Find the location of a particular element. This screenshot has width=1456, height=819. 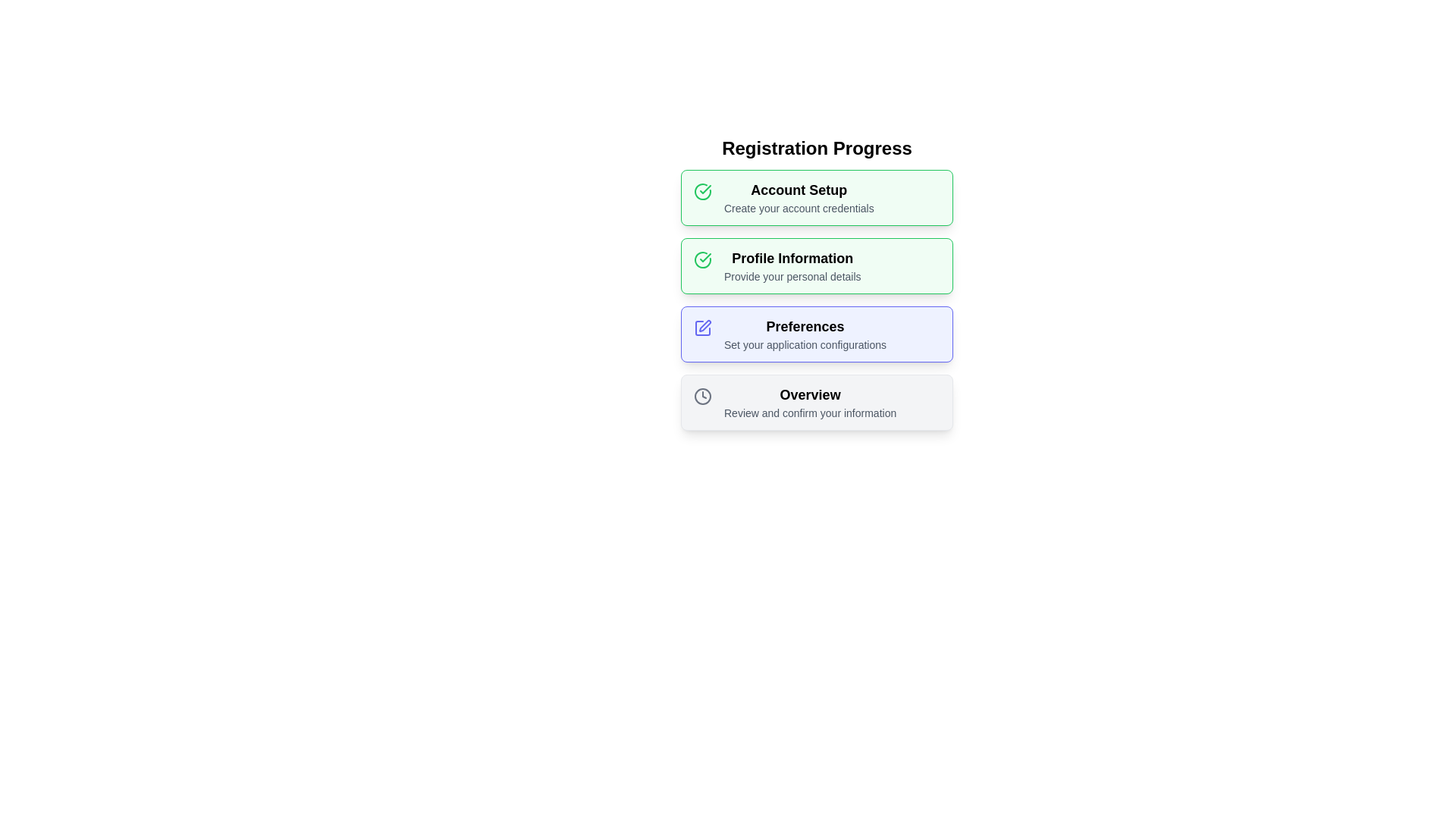

descriptive text label located below the 'Account Setup' heading, which provides guidance for the account setup process is located at coordinates (798, 208).